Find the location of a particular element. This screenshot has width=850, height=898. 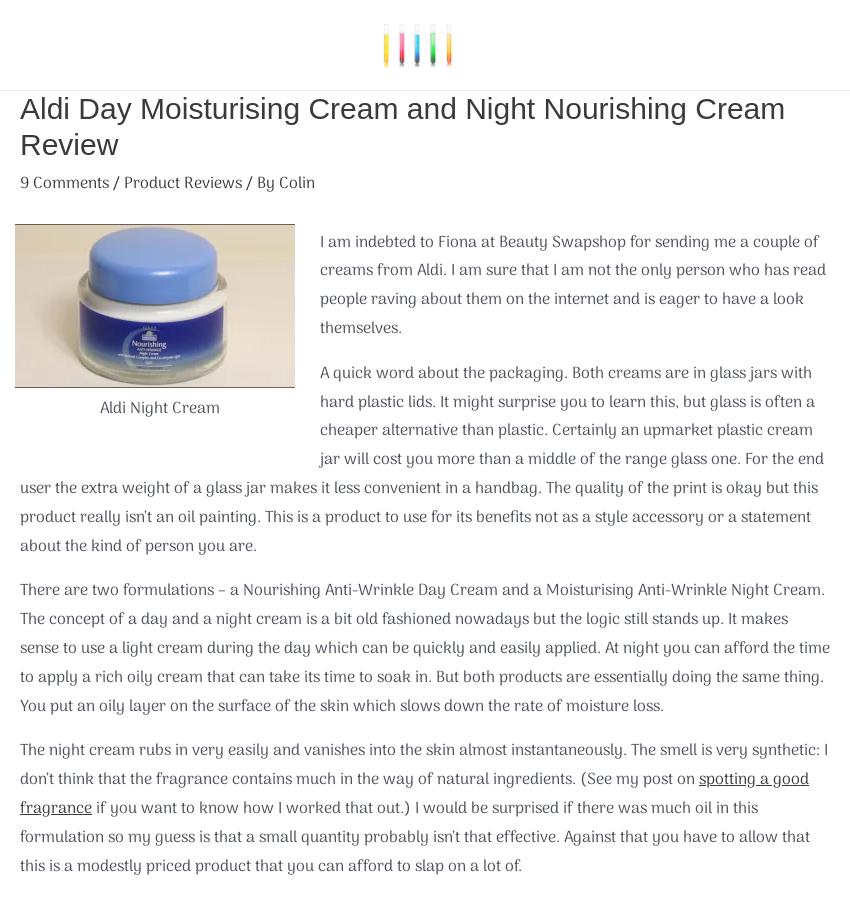

'There are two formulations – a Nourishing Anti-Wrinkle Day Cream and a Moisturising Anti-Wrinkle Night Cream. The concept of a day and a night cream is a bit old fashioned nowadays but the logic still stands up. It makes sense to use a light cream during the day which can be quickly and easily applied. At night you can afford the time to apply a rich oily cream that can take its time to soak in. But both products are essentially doing the same thing. You put an oily layer on the surface of the skin which slows down the rate of moisture loss.' is located at coordinates (18, 647).